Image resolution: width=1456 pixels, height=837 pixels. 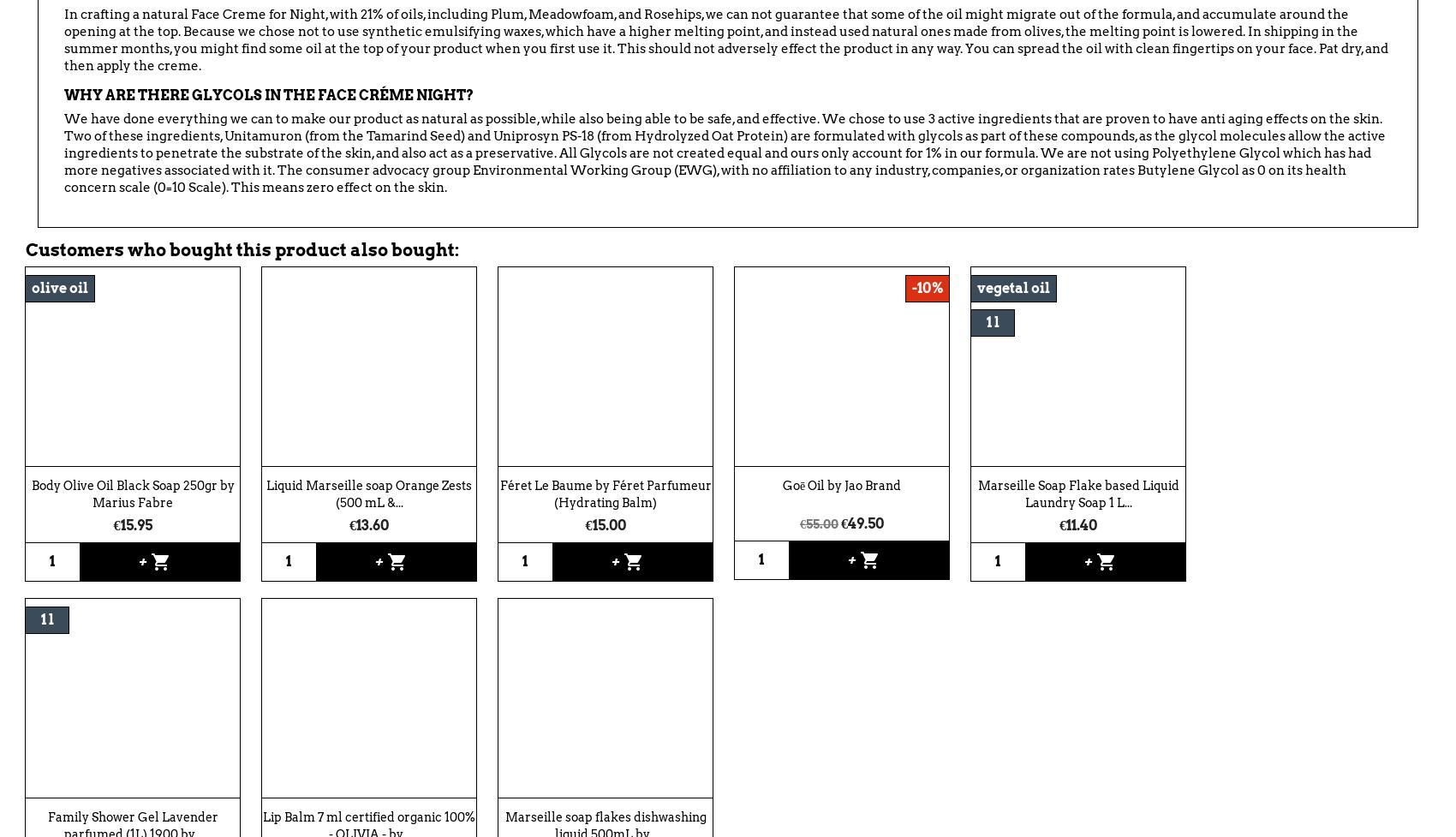 What do you see at coordinates (268, 95) in the screenshot?
I see `'WHY ARE THERE GLYCOLS IN THE FACE CRÉME NIGHT?'` at bounding box center [268, 95].